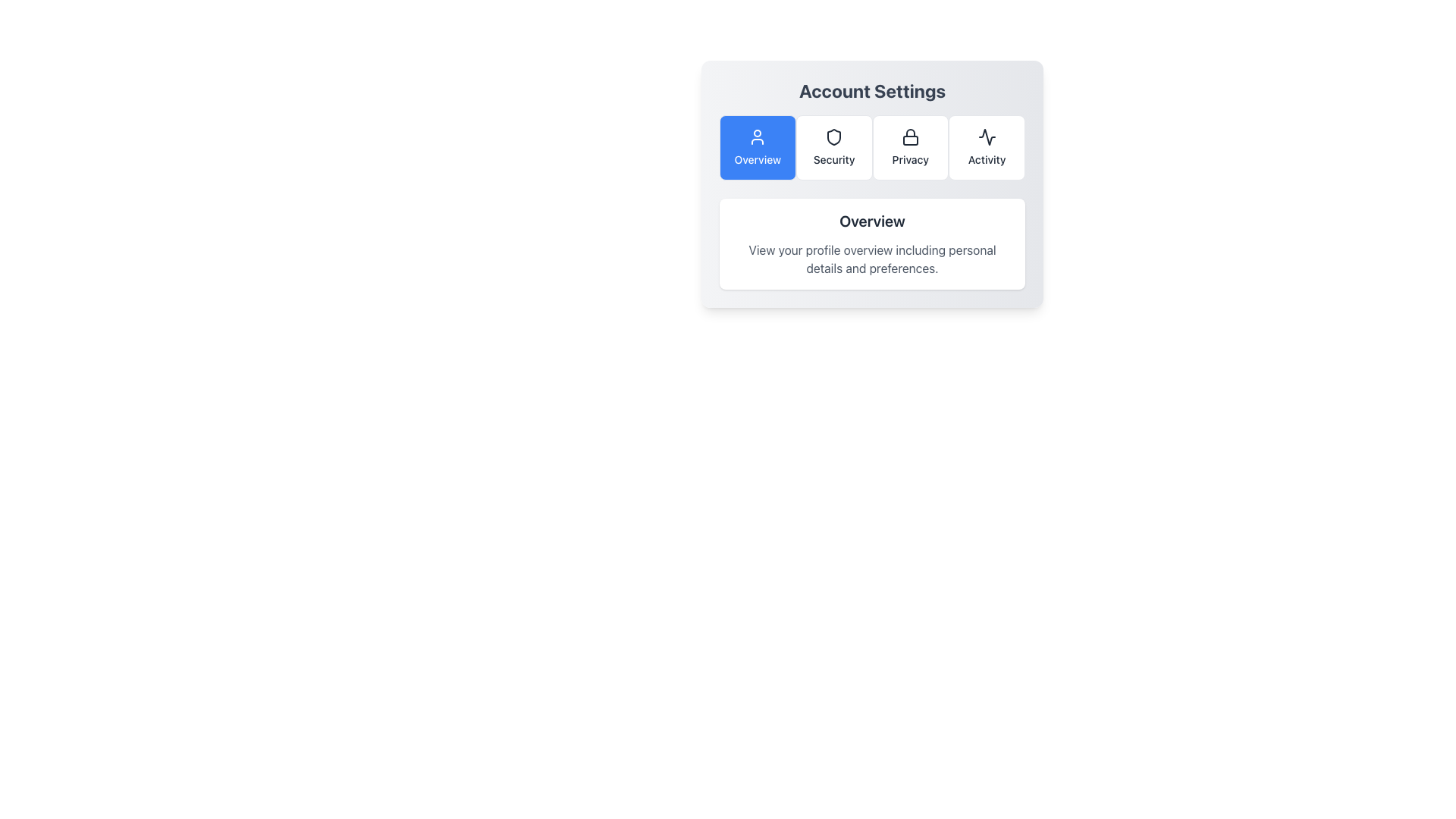  Describe the element at coordinates (910, 160) in the screenshot. I see `the 'Privacy' label in the settings menu` at that location.